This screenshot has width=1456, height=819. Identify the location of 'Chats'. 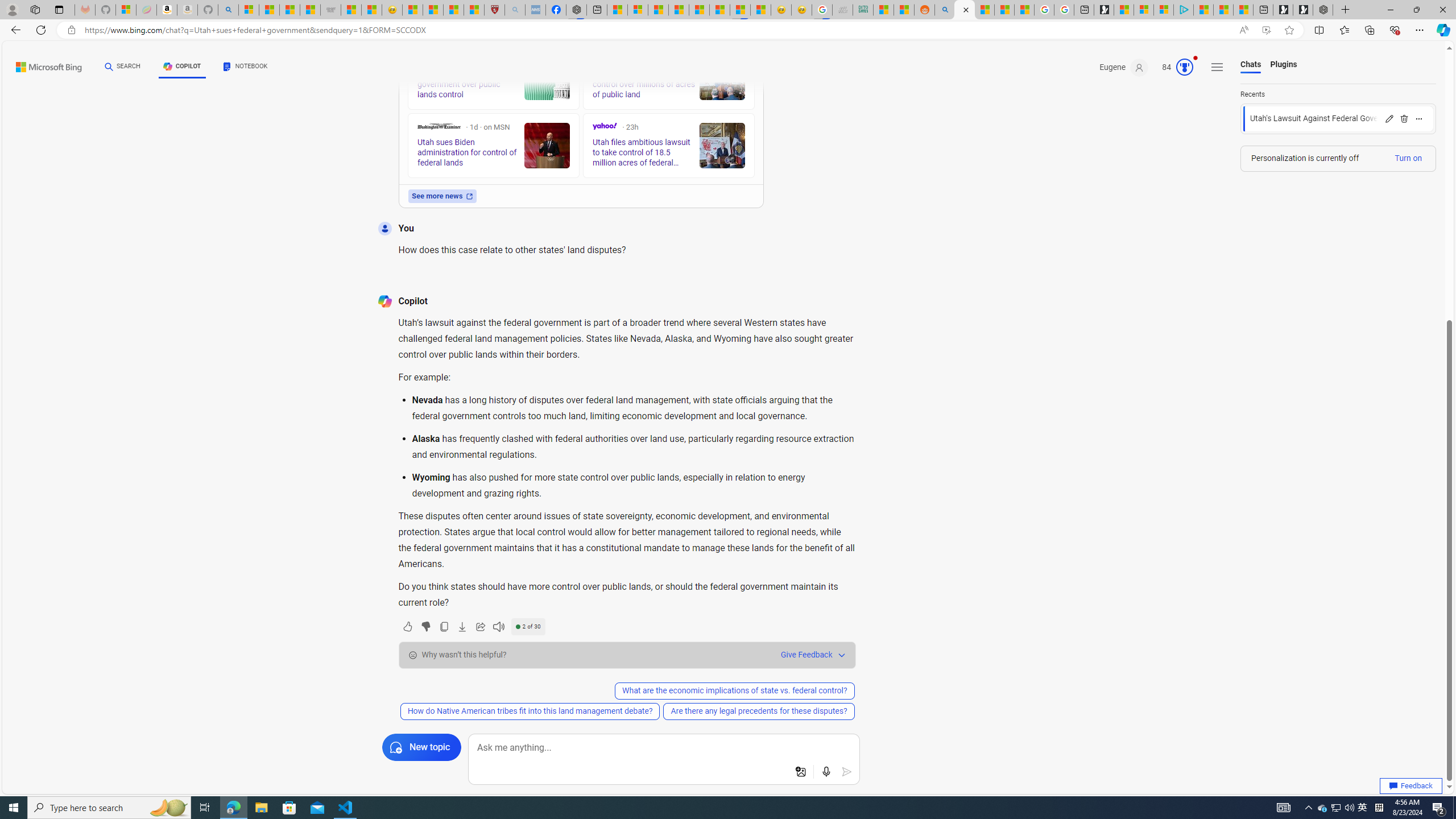
(1250, 65).